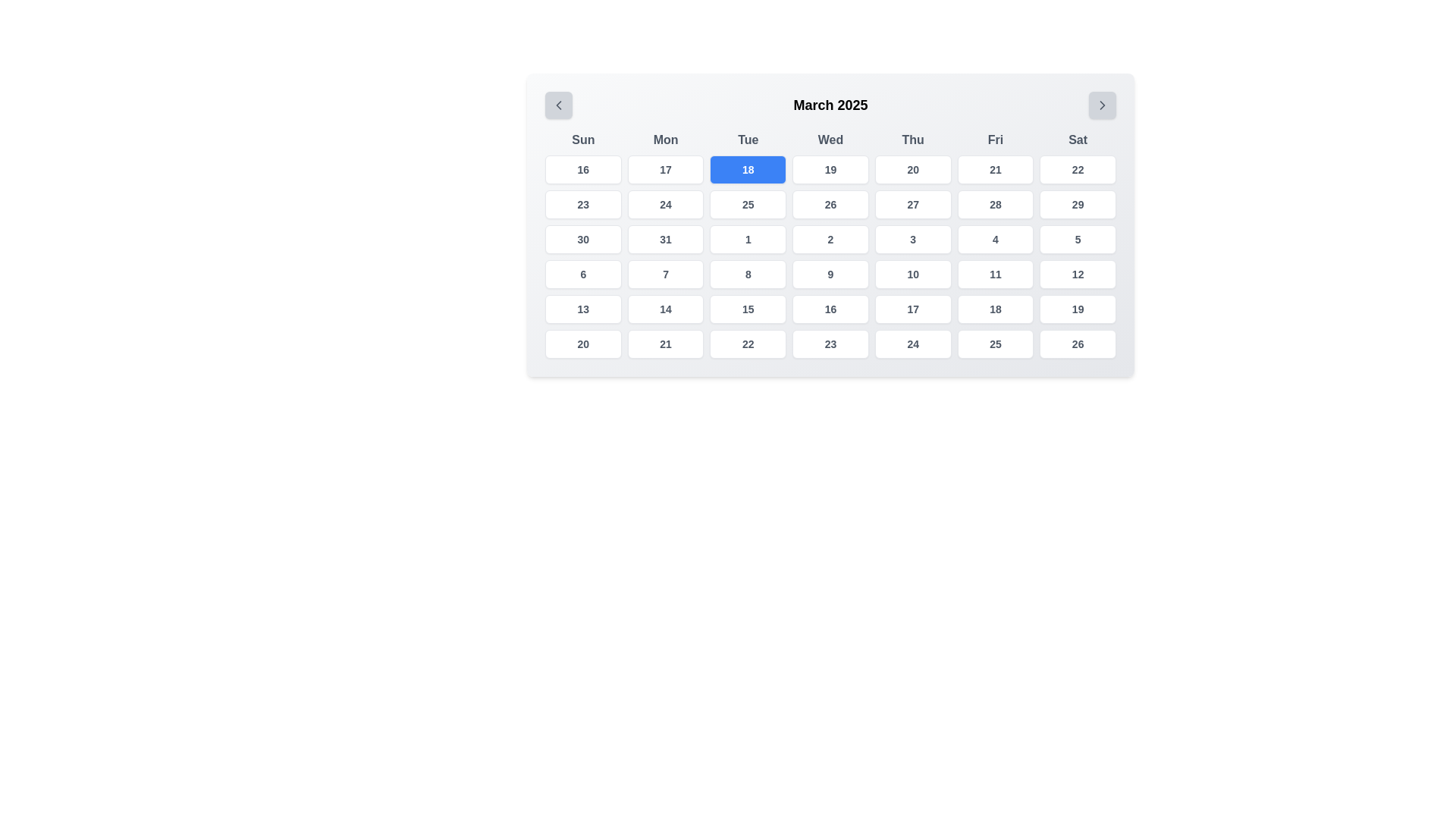 This screenshot has height=819, width=1456. I want to click on the button labeled '10' with a white background and rounded borders, located in the 4th row and 4th column under the label 'Thu', so click(912, 275).